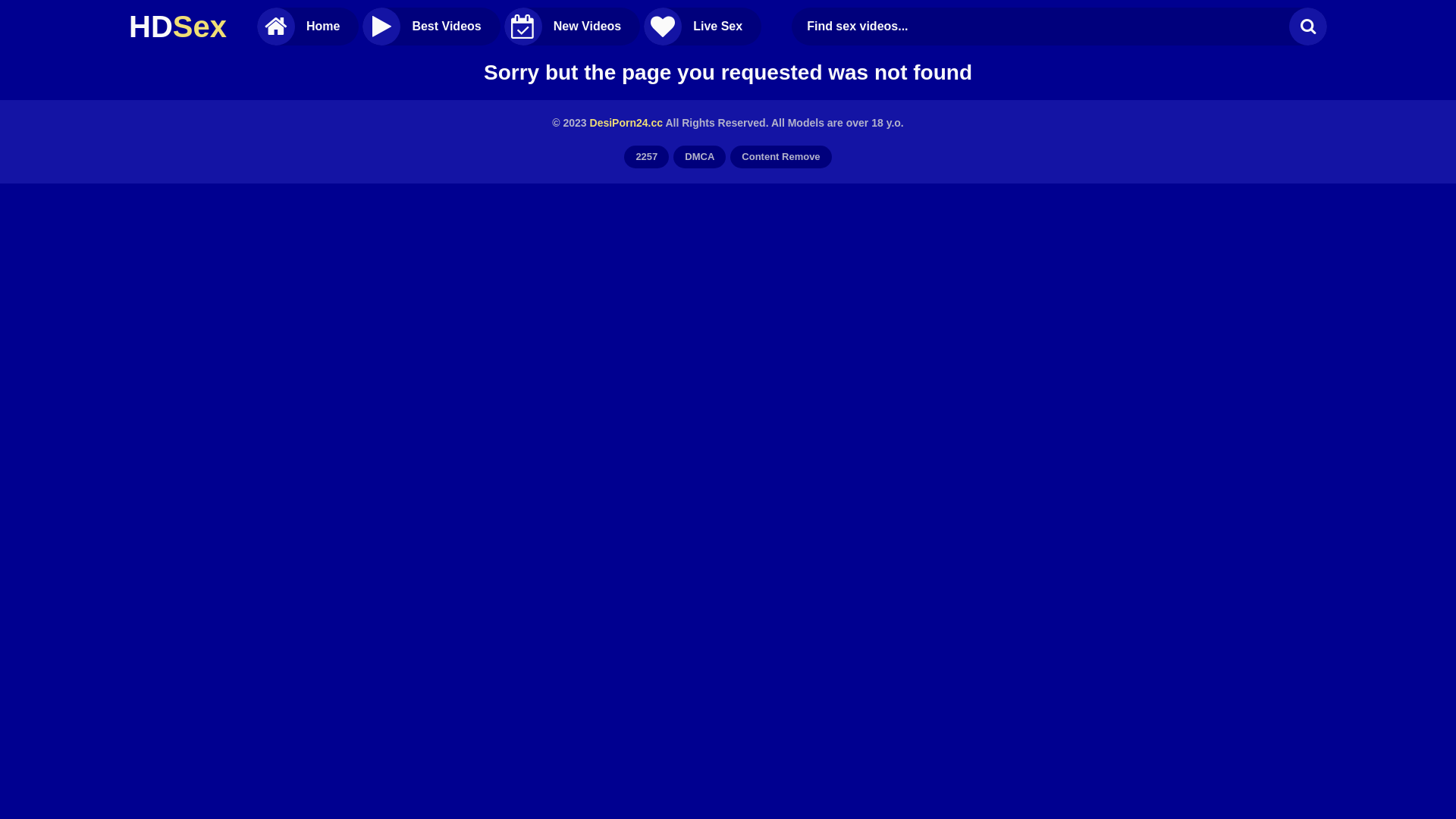  What do you see at coordinates (430, 26) in the screenshot?
I see `'Best Videos'` at bounding box center [430, 26].